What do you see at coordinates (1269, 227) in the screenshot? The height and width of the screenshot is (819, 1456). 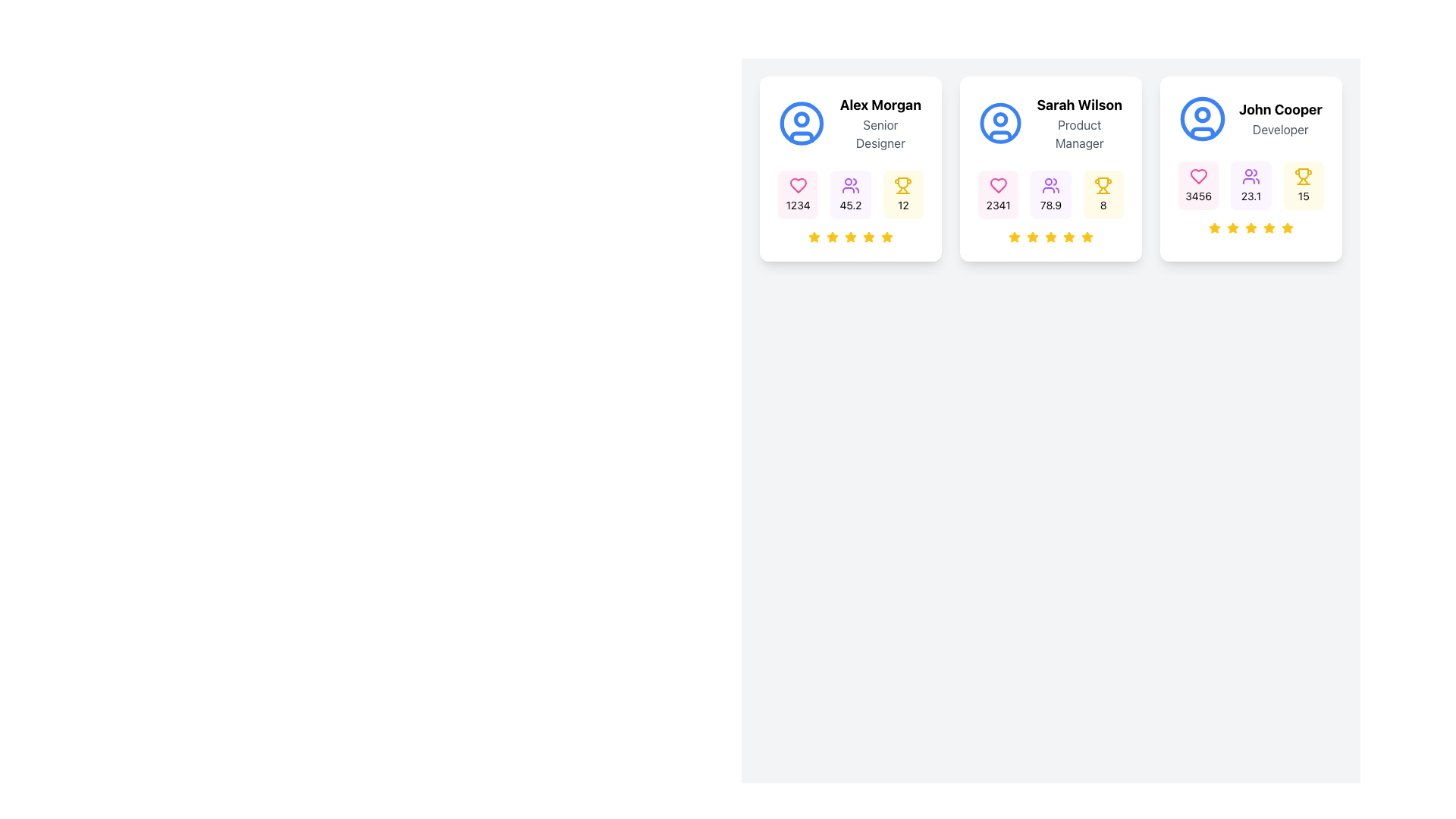 I see `the 5th star icon in the visual rating system for 'John Cooper' to indicate the user's score or performance` at bounding box center [1269, 227].